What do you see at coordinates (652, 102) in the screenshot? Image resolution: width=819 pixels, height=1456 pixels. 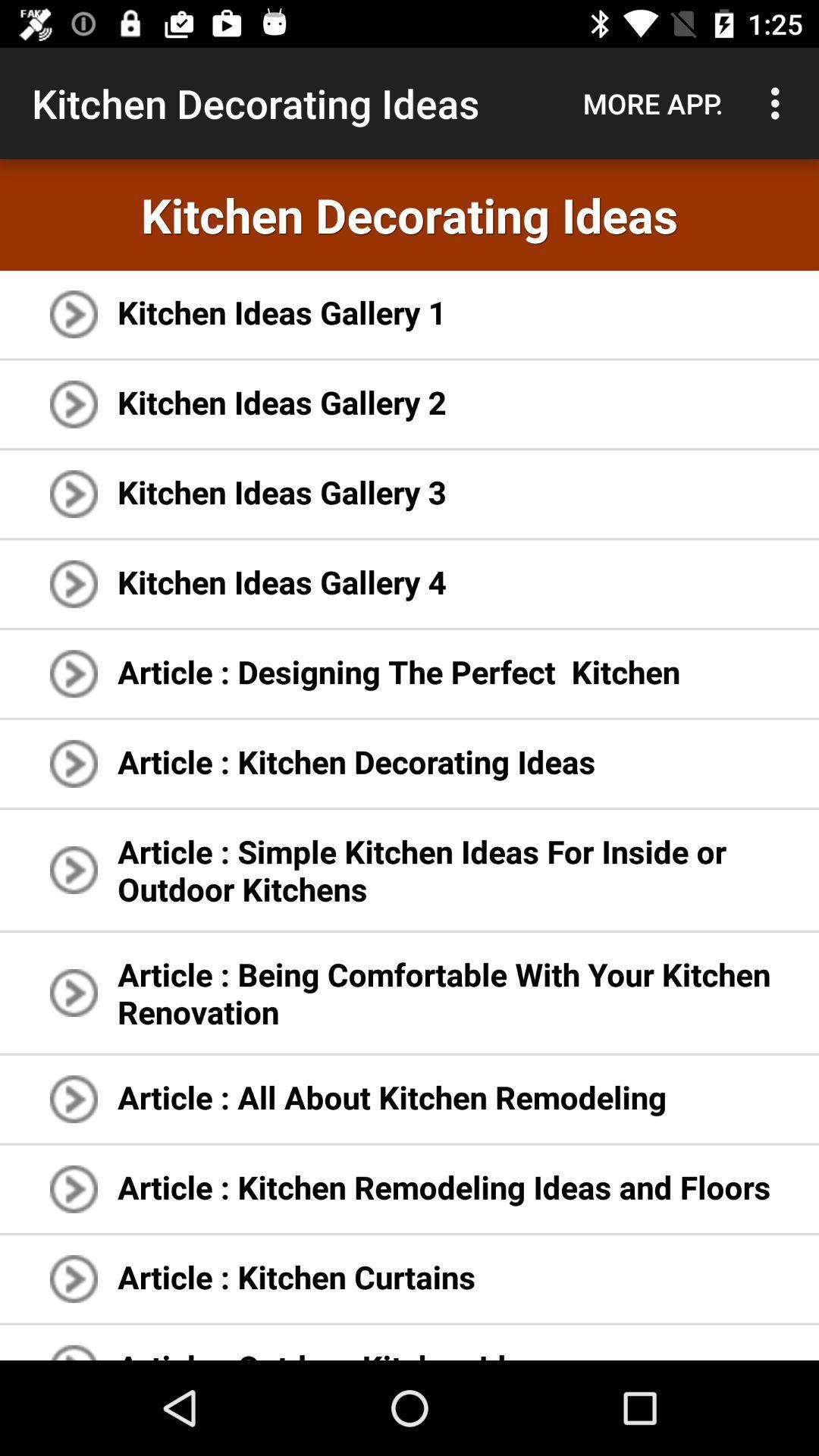 I see `app to the right of the kitchen decorating ideas item` at bounding box center [652, 102].